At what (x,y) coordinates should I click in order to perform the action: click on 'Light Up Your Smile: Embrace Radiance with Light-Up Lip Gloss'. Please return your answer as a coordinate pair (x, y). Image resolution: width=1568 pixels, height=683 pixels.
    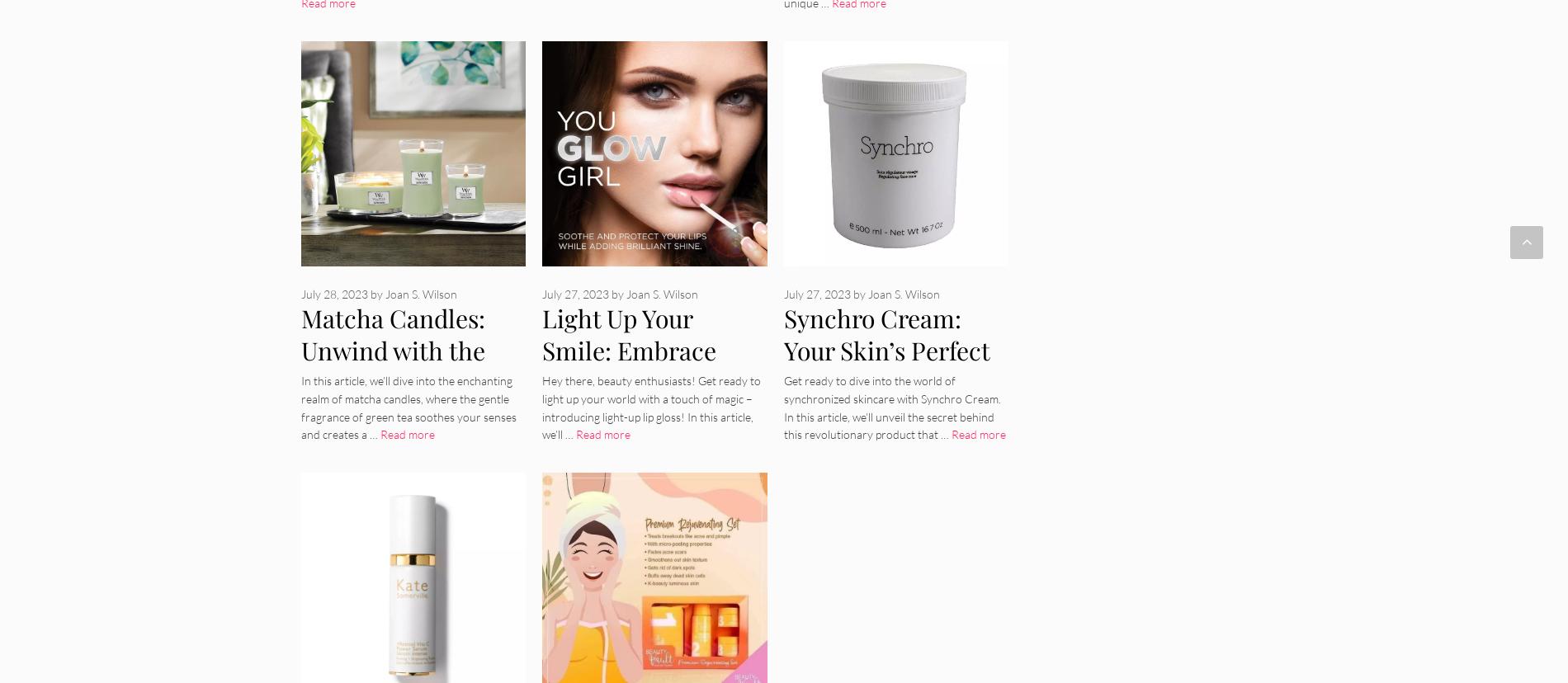
    Looking at the image, I should click on (645, 365).